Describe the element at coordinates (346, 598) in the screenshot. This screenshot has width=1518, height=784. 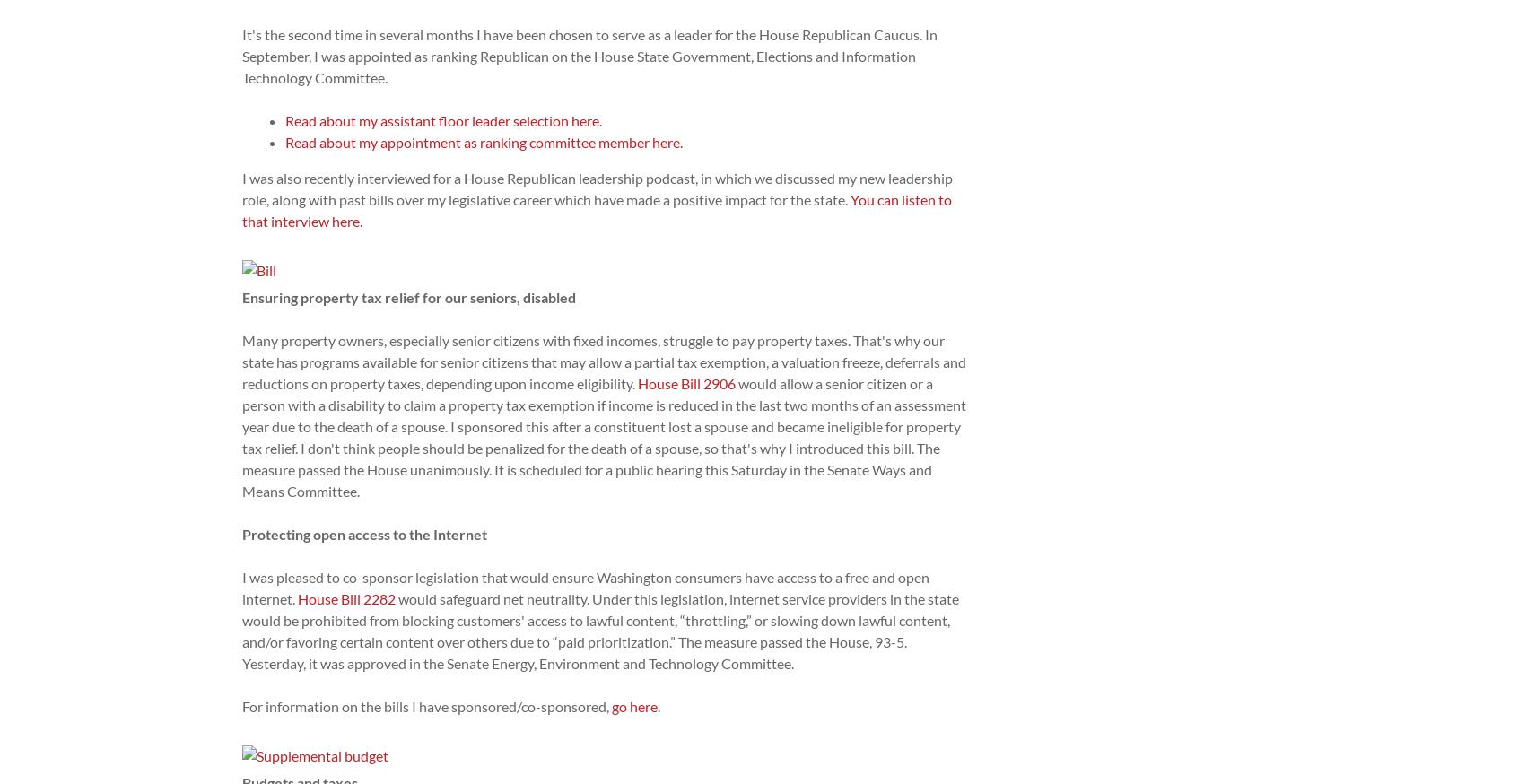
I see `'House Bill 2282'` at that location.